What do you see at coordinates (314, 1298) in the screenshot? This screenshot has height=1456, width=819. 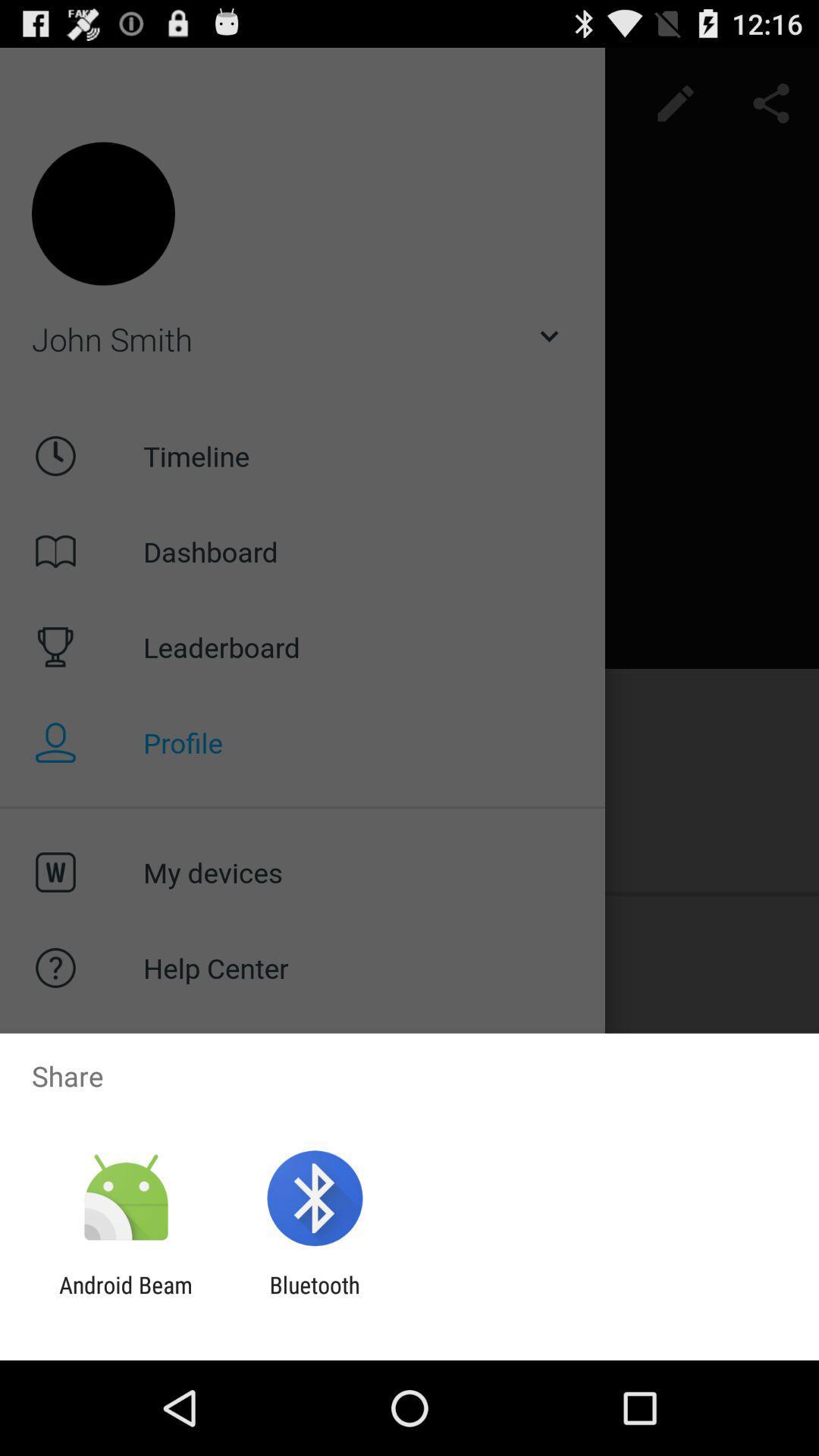 I see `the item to the right of the android beam app` at bounding box center [314, 1298].